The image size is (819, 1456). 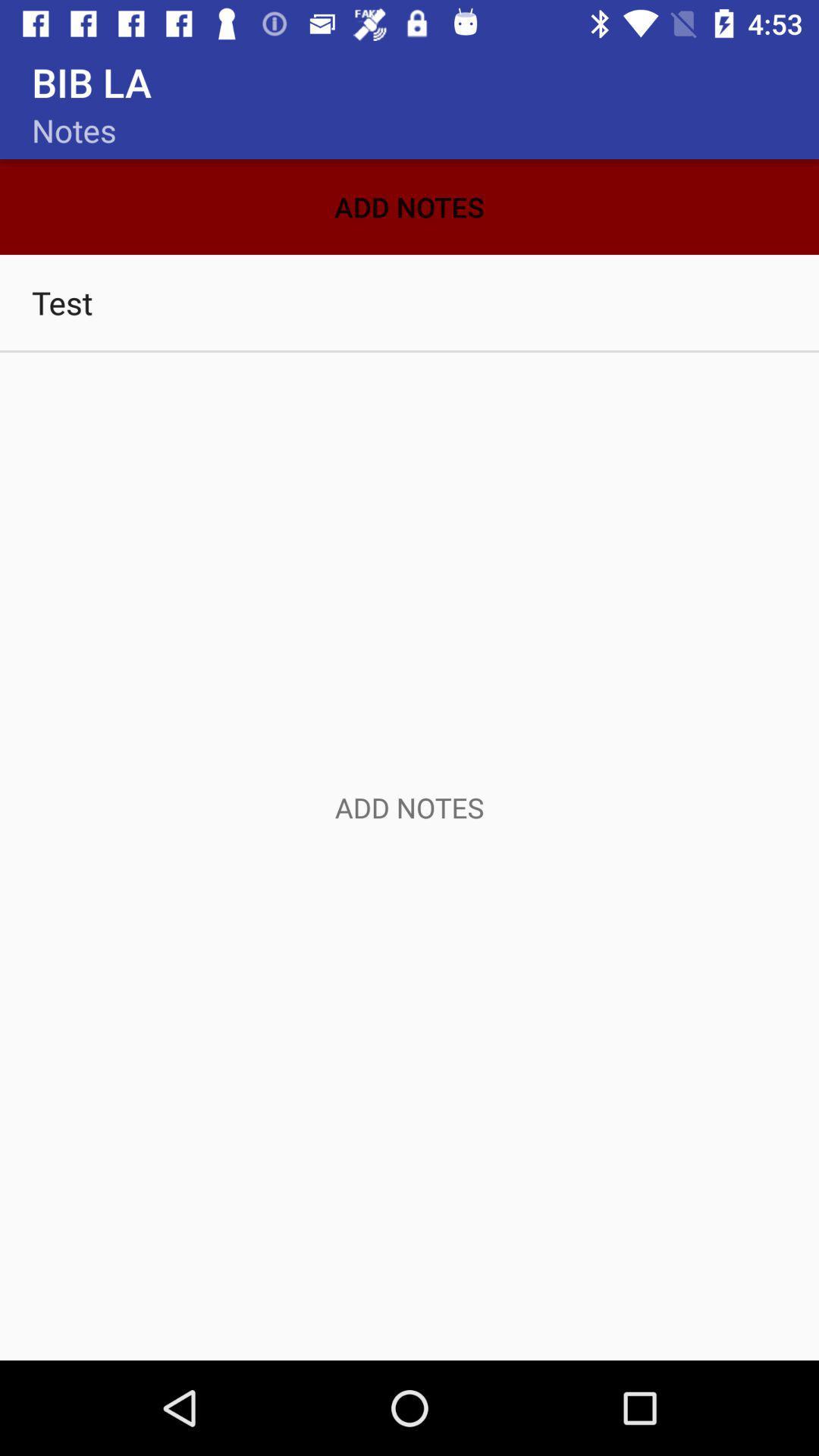 What do you see at coordinates (409, 302) in the screenshot?
I see `icon below the add notes icon` at bounding box center [409, 302].